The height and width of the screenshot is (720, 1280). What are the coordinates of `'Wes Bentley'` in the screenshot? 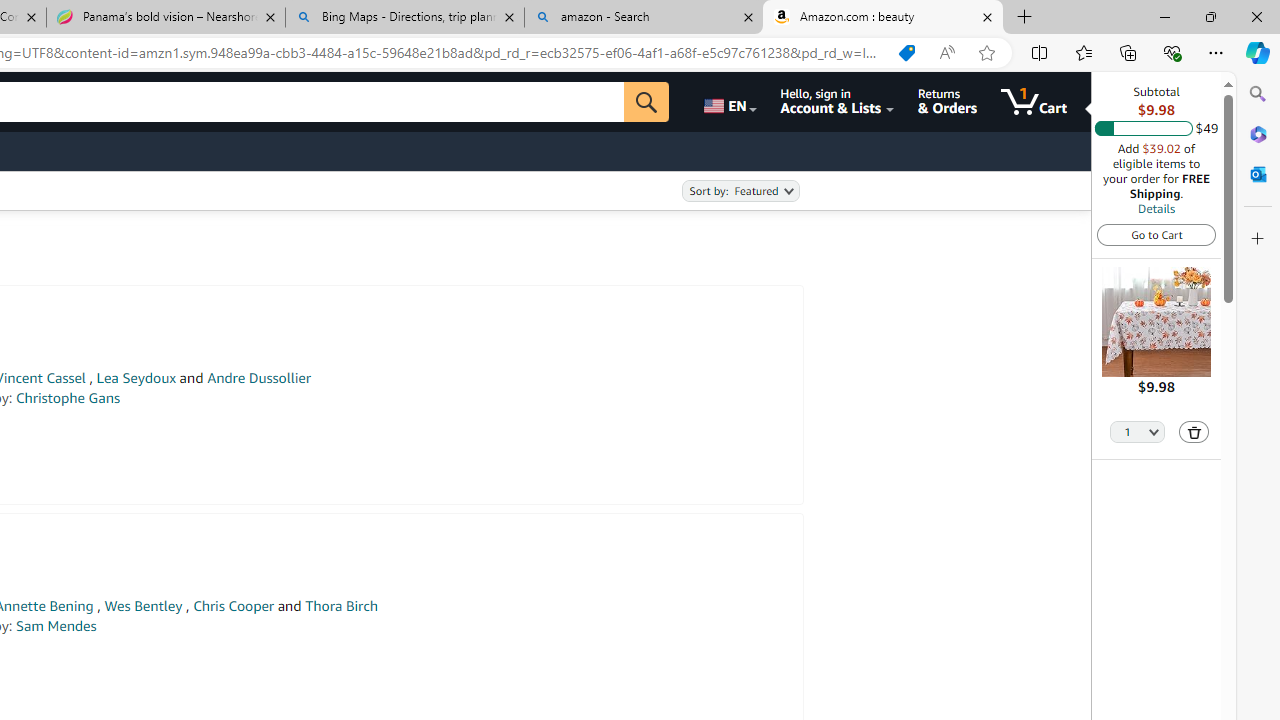 It's located at (142, 605).